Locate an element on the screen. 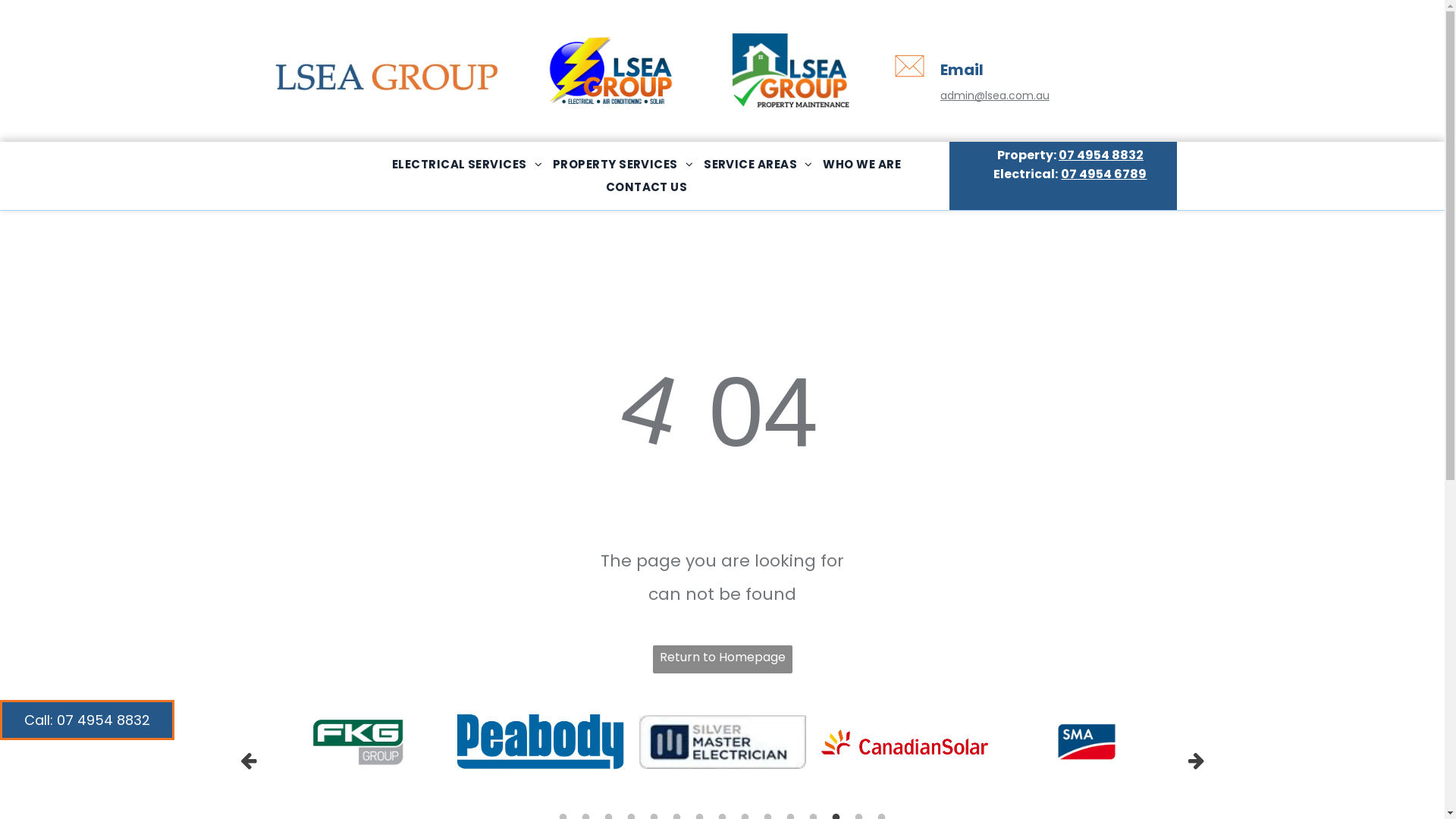 The height and width of the screenshot is (819, 1456). 'Return to Homepage' is located at coordinates (720, 658).